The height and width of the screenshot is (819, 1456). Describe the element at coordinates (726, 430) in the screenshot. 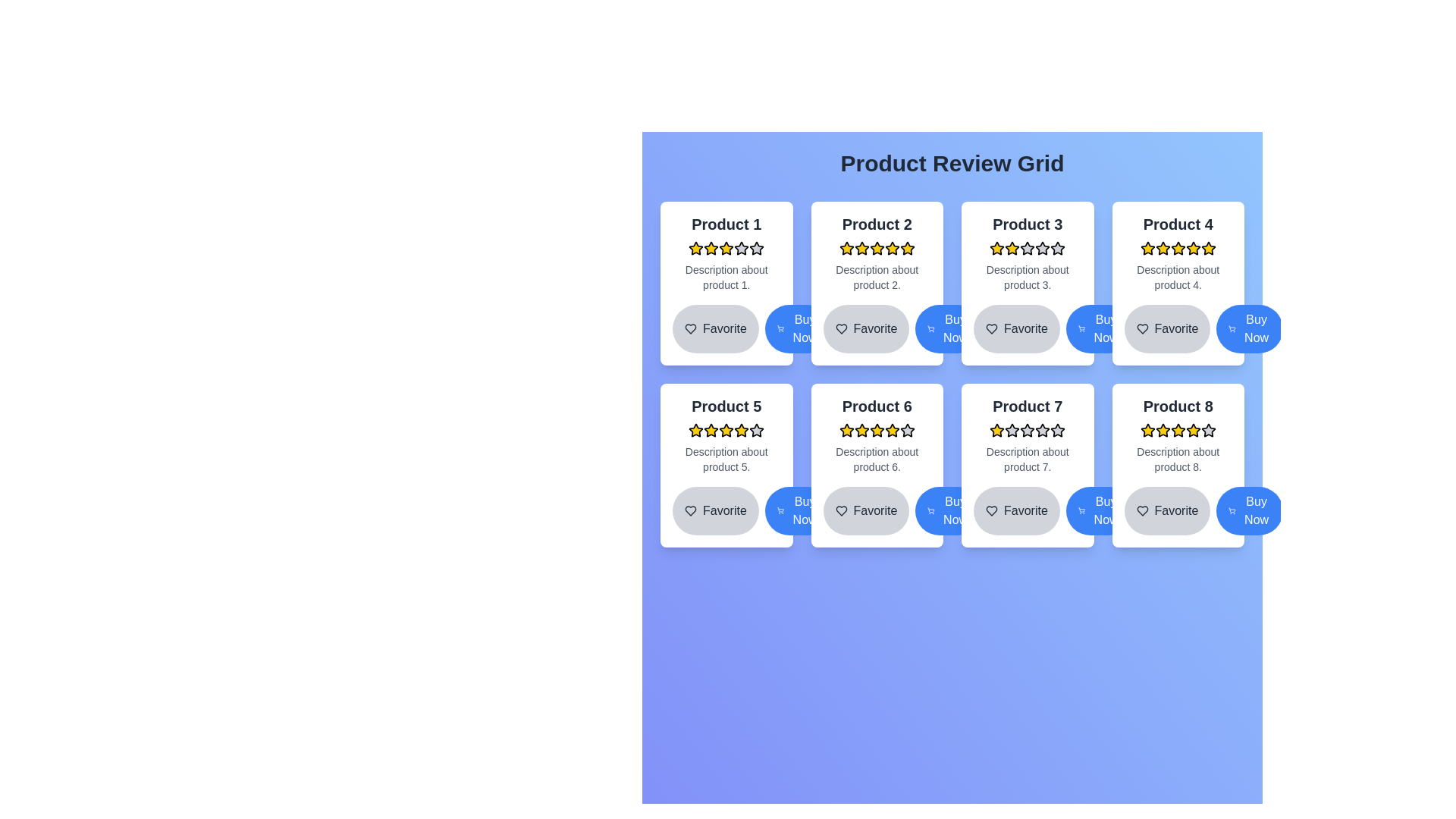

I see `the 4-star rating stars row located in the 'Product 5' card to modify the rating` at that location.